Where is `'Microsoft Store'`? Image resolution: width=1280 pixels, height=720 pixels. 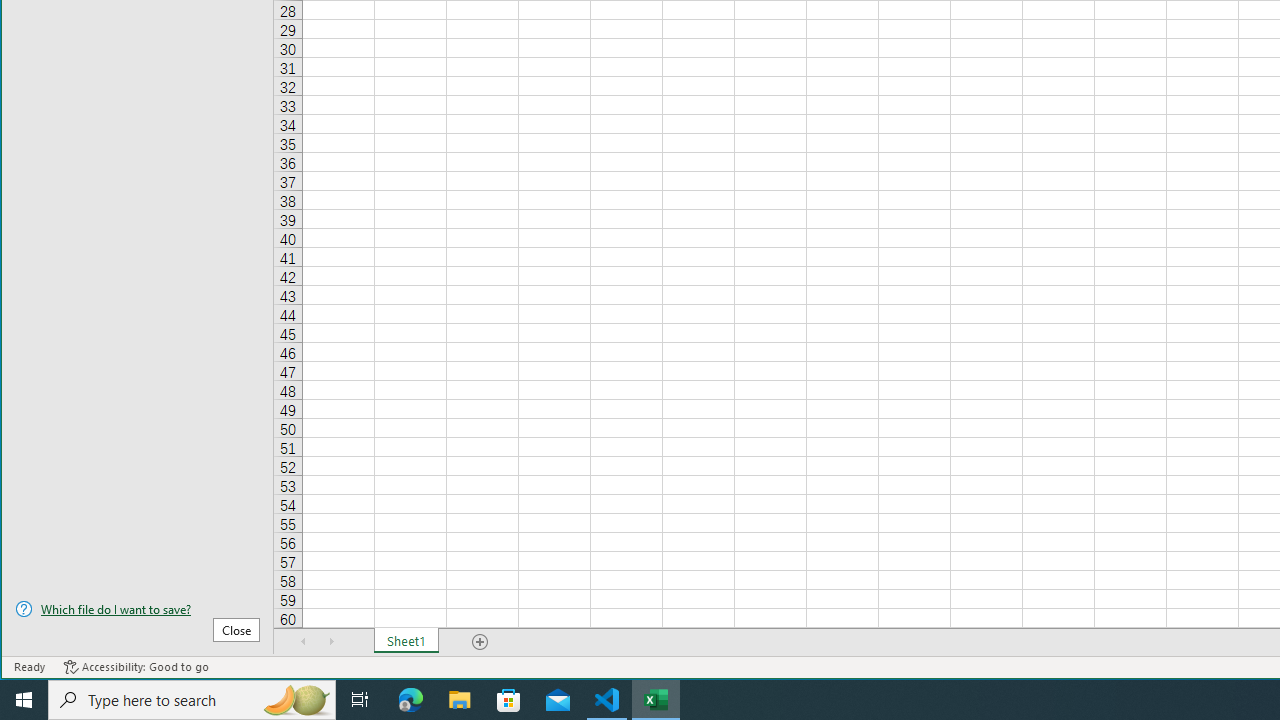 'Microsoft Store' is located at coordinates (509, 698).